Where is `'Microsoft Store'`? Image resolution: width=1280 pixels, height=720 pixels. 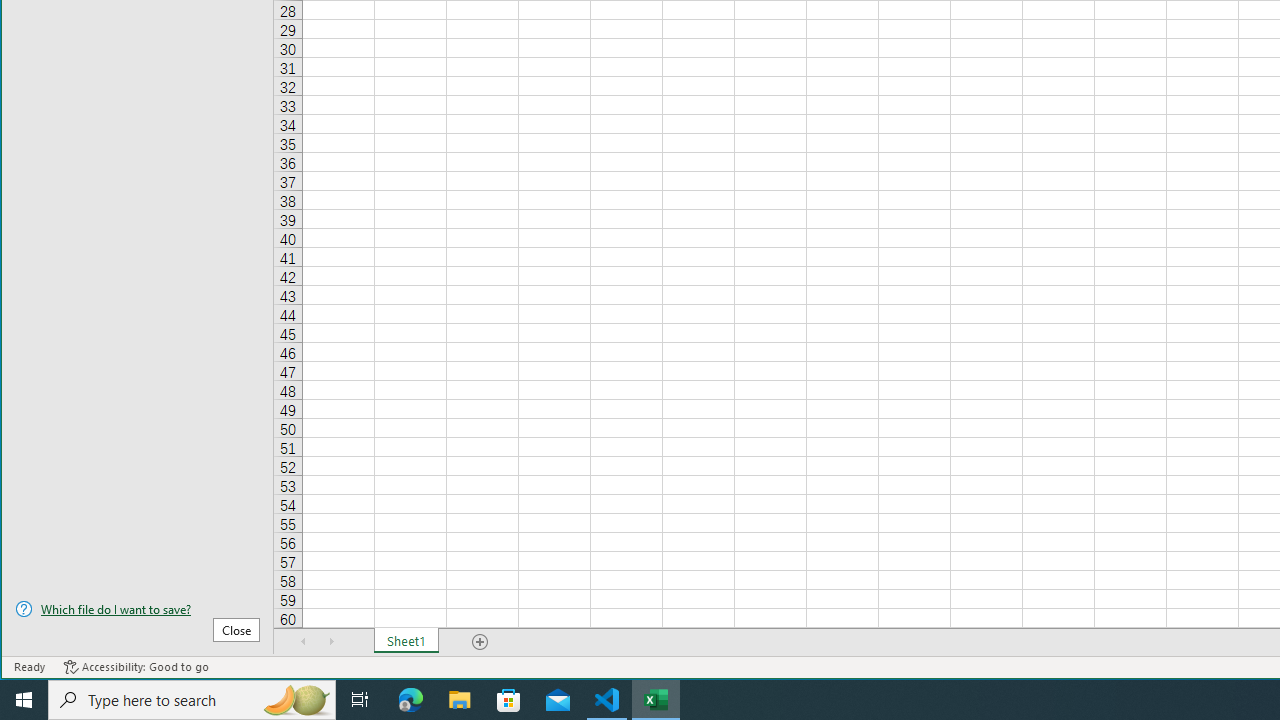 'Microsoft Store' is located at coordinates (509, 698).